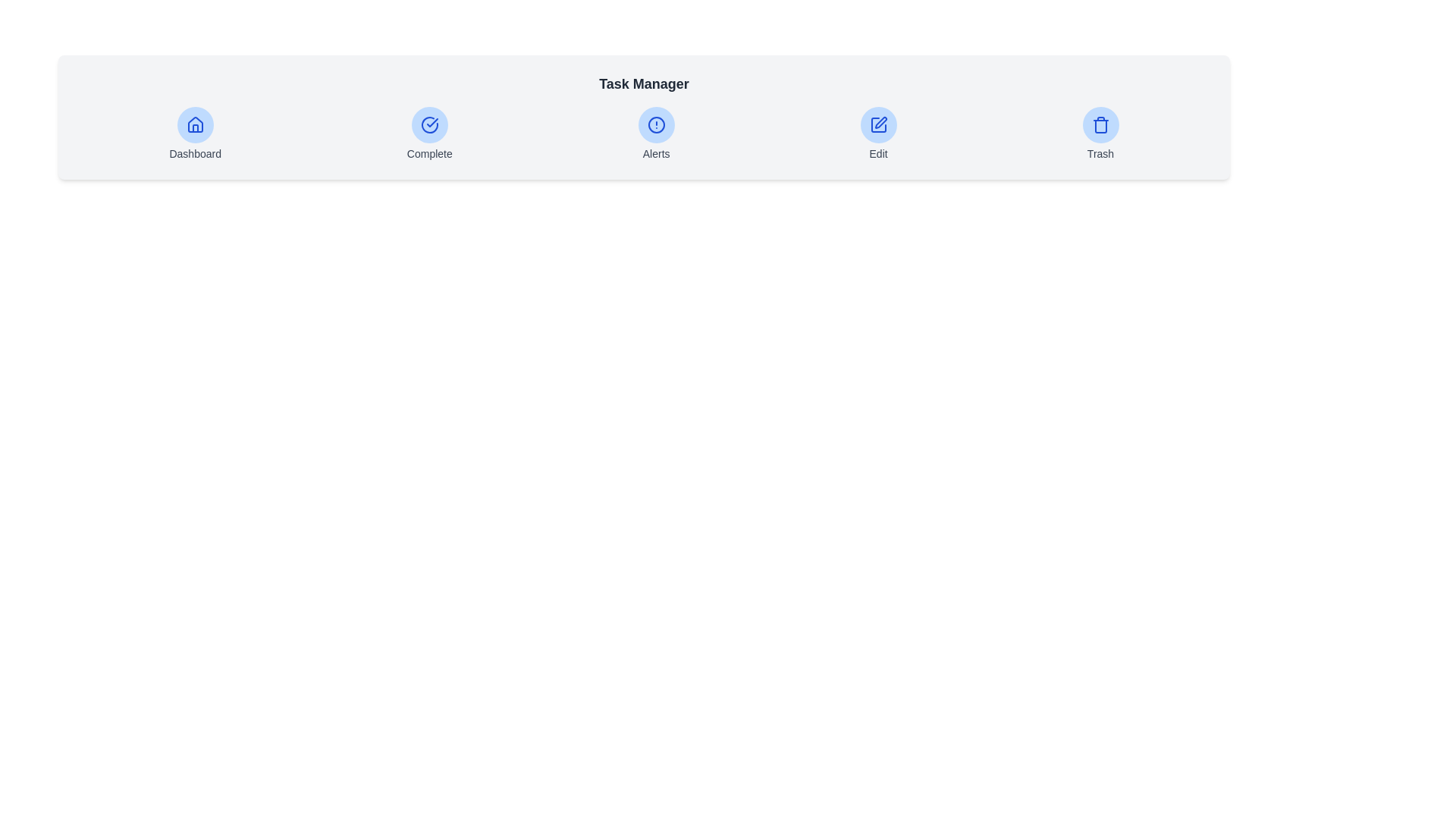  What do you see at coordinates (428, 124) in the screenshot?
I see `the circular icon with a checkmark symbol, which is the second button from the left on the horizontal navigation bar` at bounding box center [428, 124].